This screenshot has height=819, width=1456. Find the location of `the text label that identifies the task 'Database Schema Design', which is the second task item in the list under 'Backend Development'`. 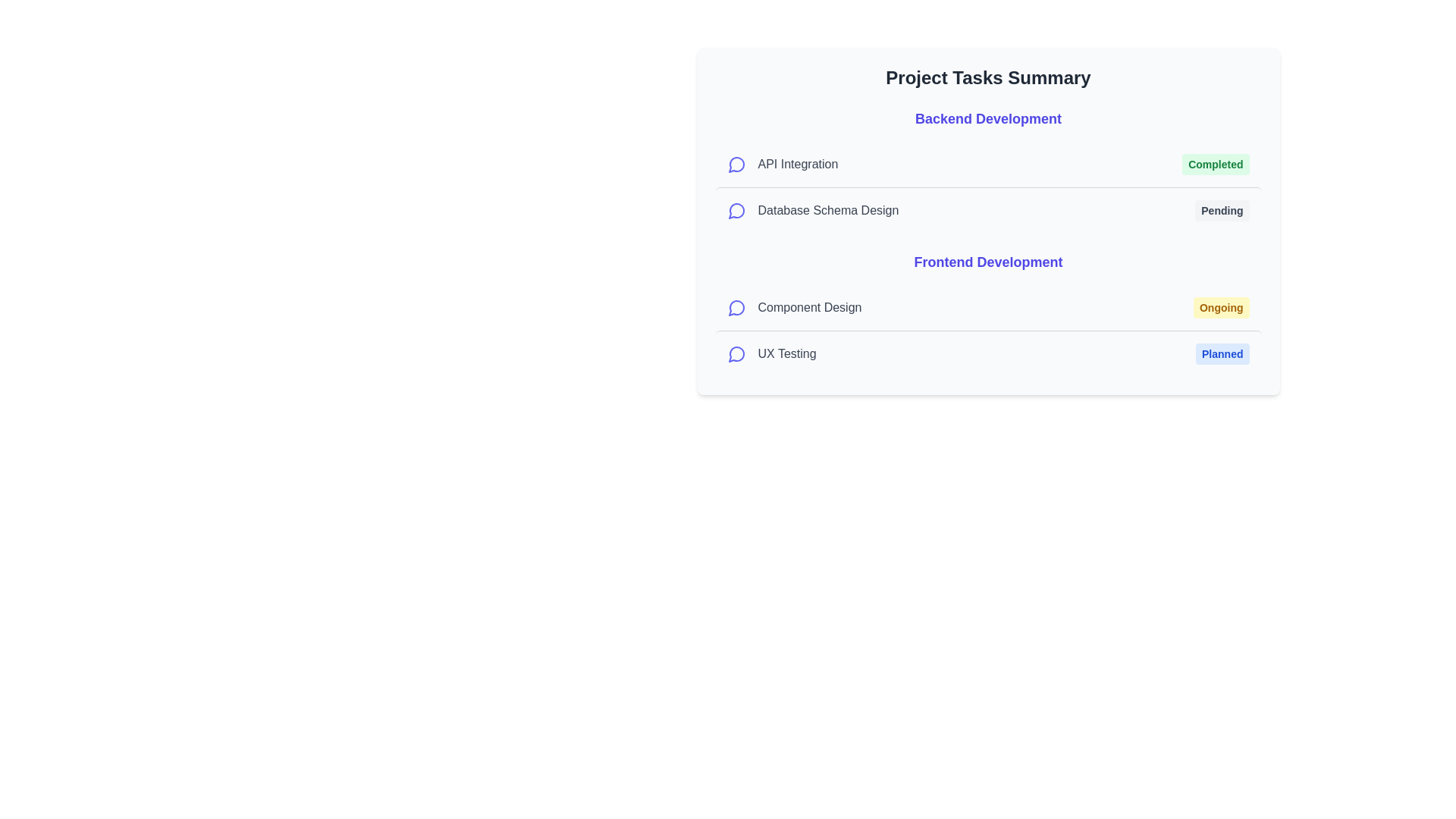

the text label that identifies the task 'Database Schema Design', which is the second task item in the list under 'Backend Development' is located at coordinates (827, 210).